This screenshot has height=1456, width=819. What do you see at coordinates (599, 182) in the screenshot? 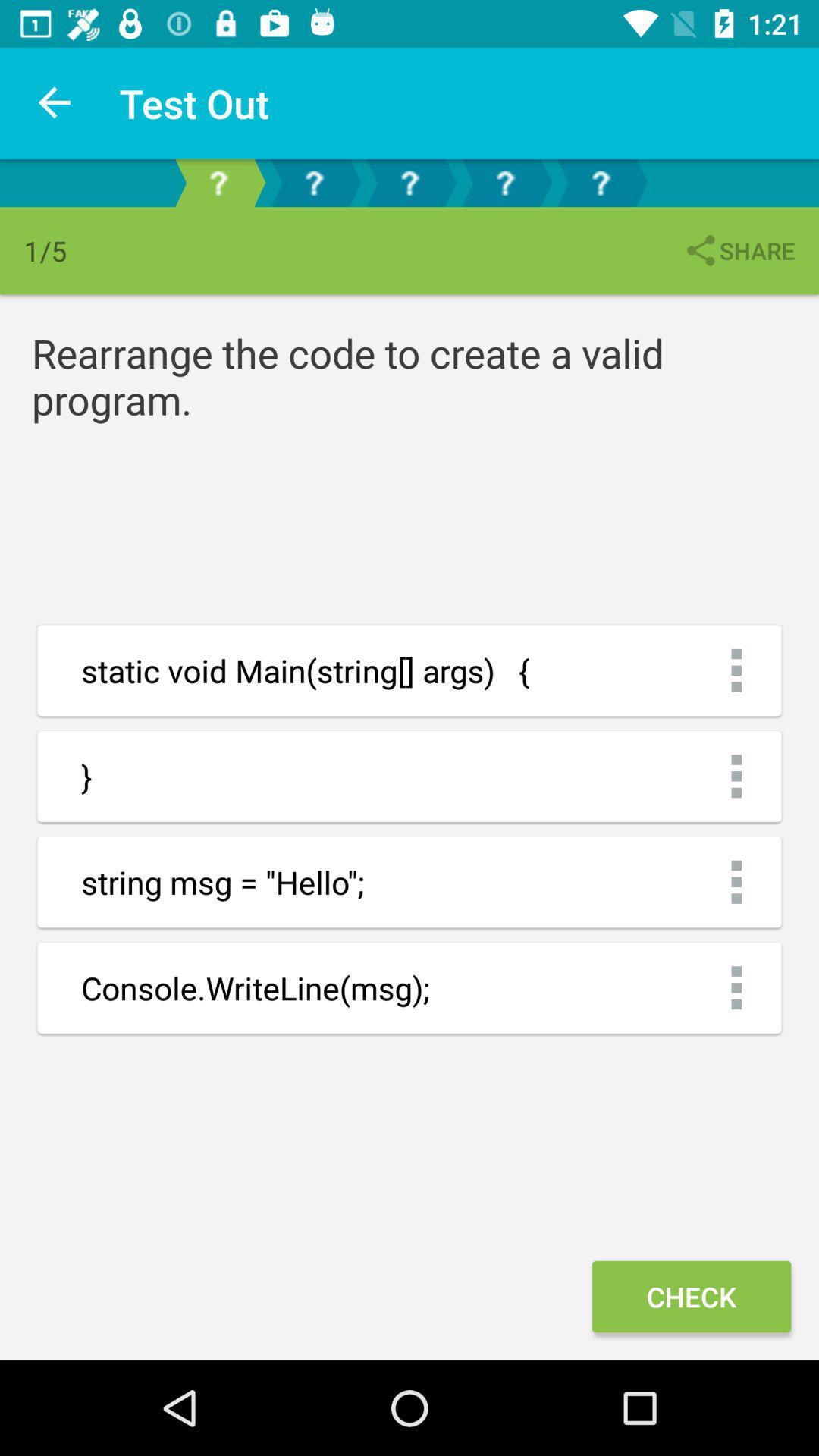
I see `the help icon` at bounding box center [599, 182].